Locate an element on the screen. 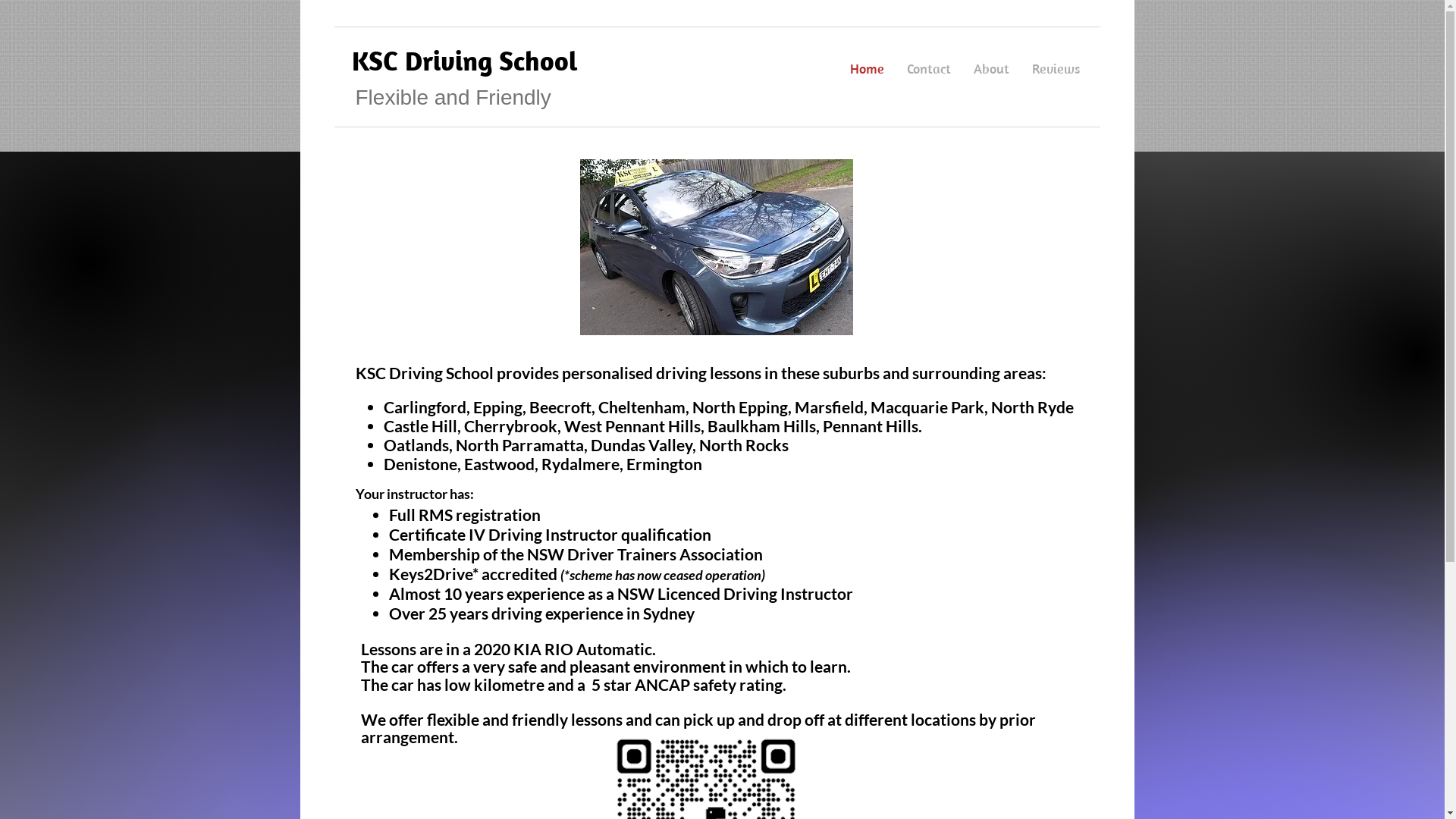 This screenshot has width=1456, height=819. 'About' is located at coordinates (991, 69).